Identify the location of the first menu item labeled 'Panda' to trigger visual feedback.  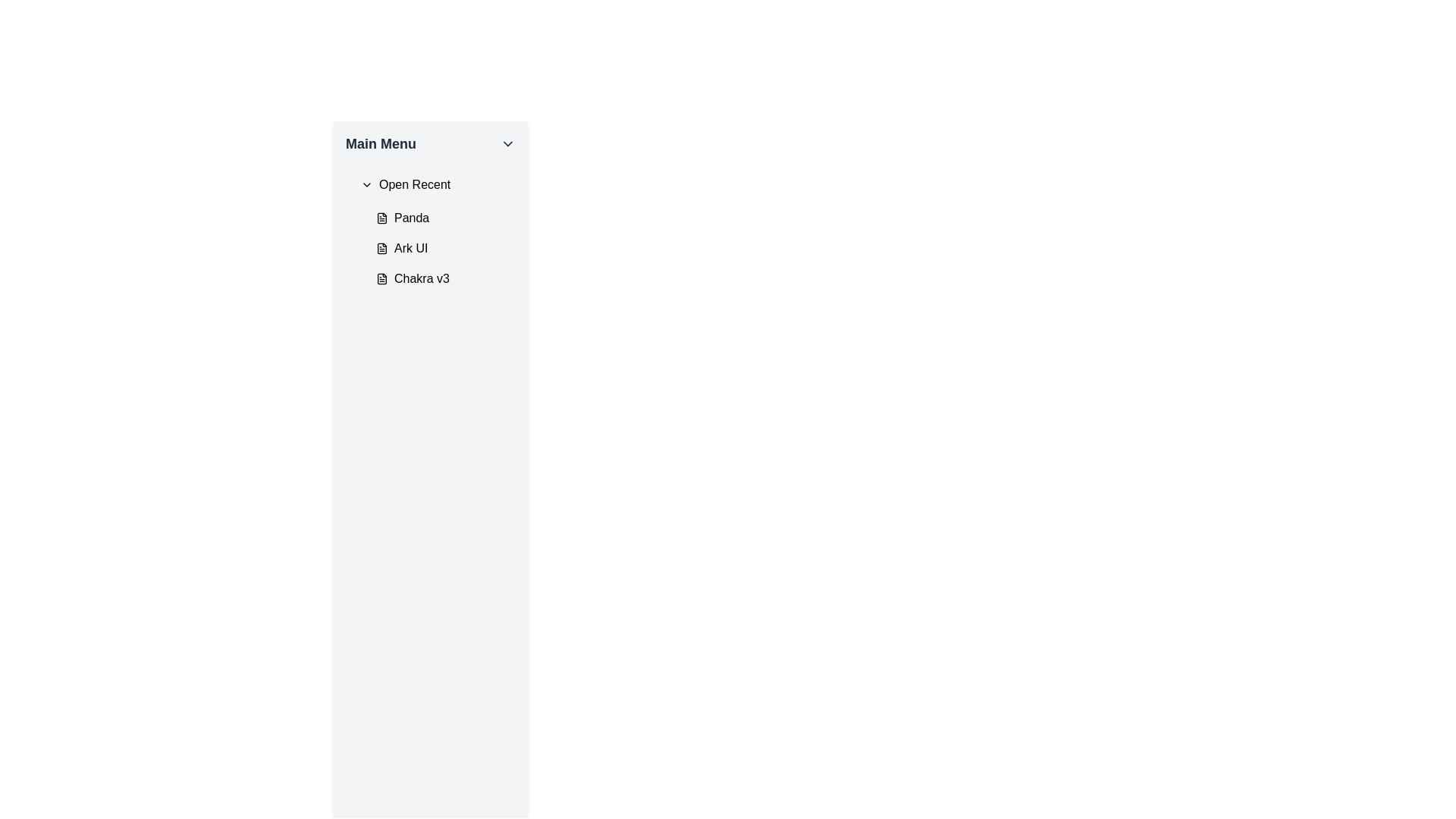
(447, 218).